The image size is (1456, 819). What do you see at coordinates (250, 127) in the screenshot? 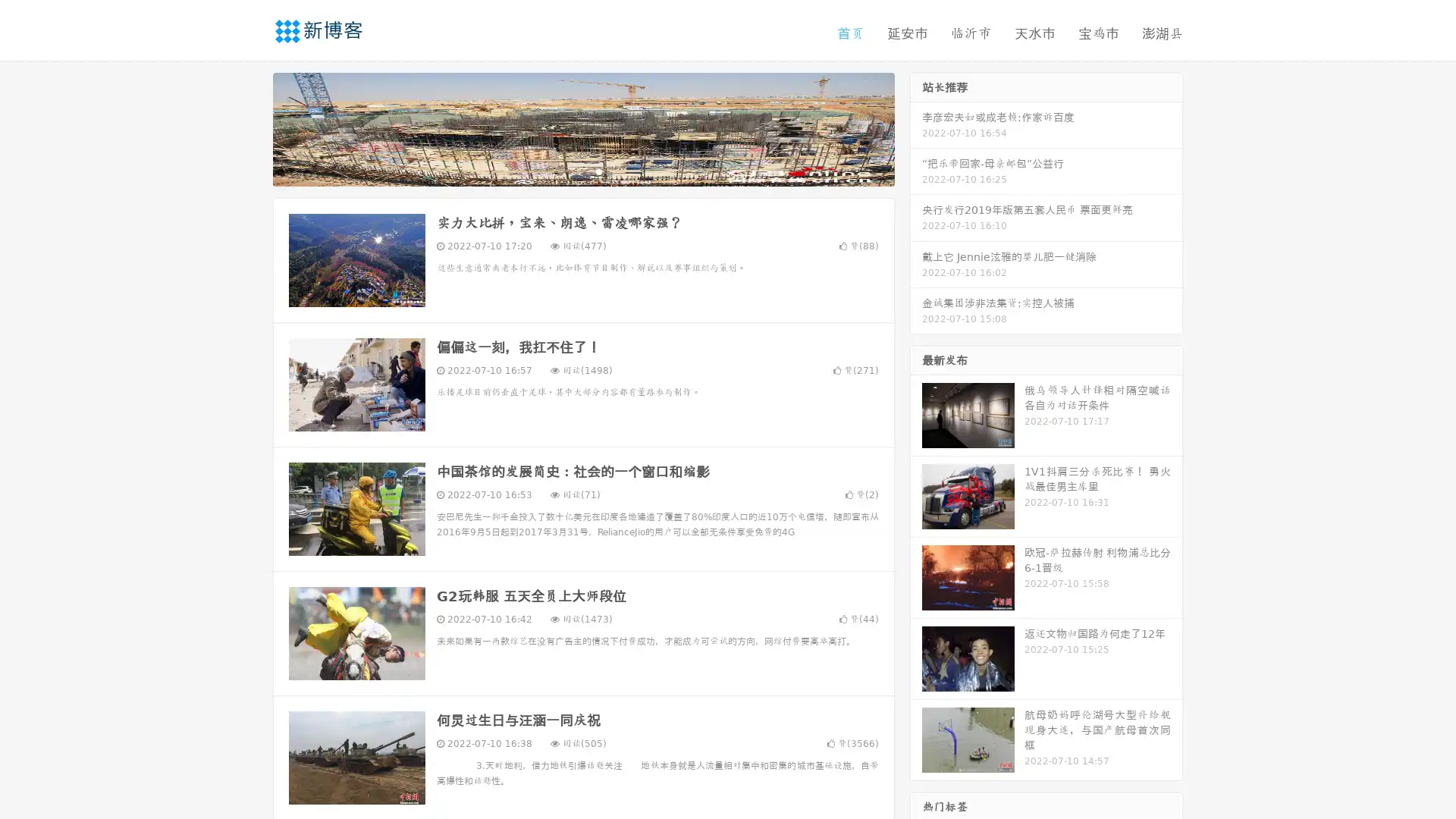
I see `Previous slide` at bounding box center [250, 127].